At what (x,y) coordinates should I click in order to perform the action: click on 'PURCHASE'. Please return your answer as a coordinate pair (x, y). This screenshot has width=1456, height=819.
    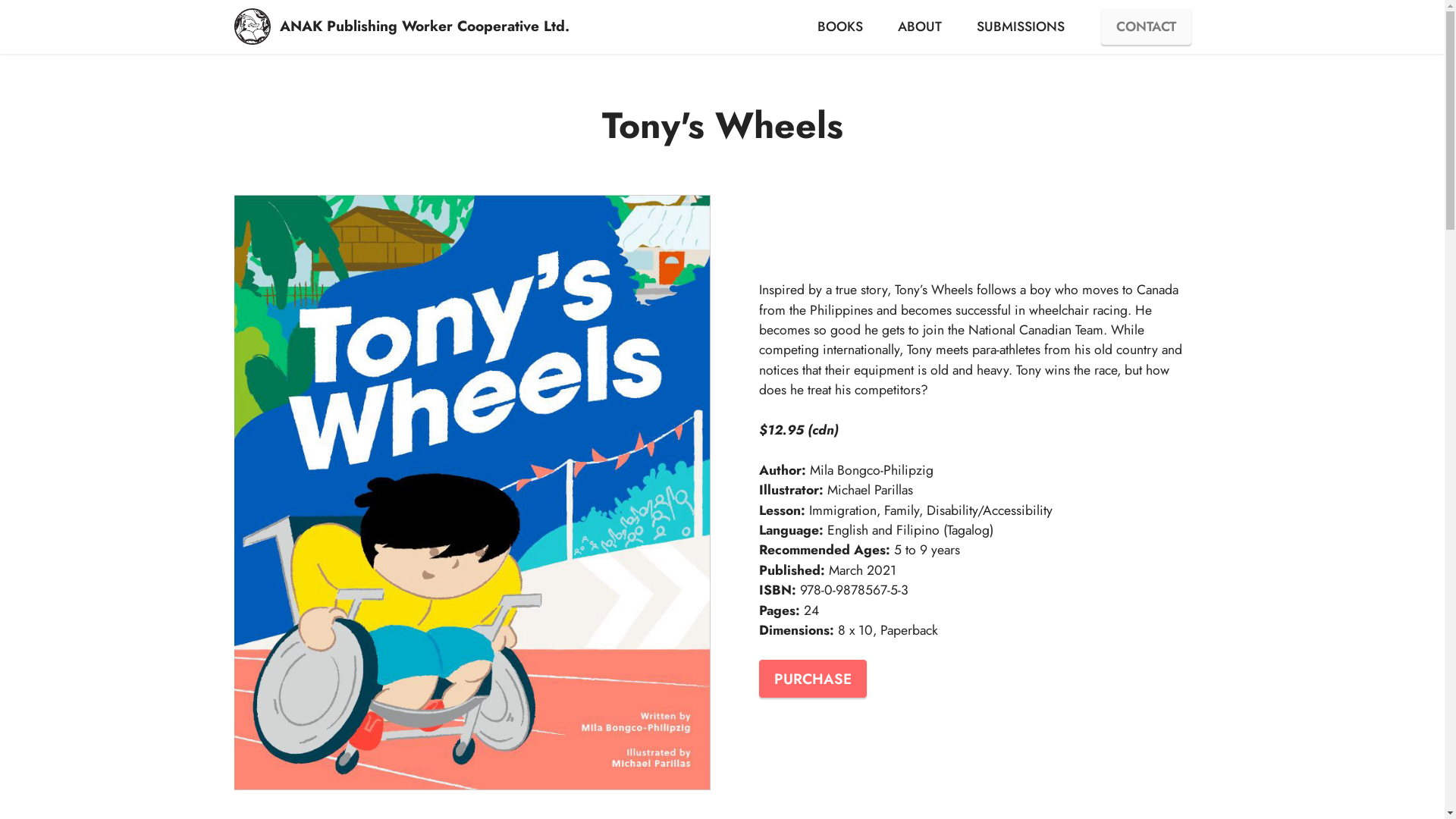
    Looking at the image, I should click on (758, 677).